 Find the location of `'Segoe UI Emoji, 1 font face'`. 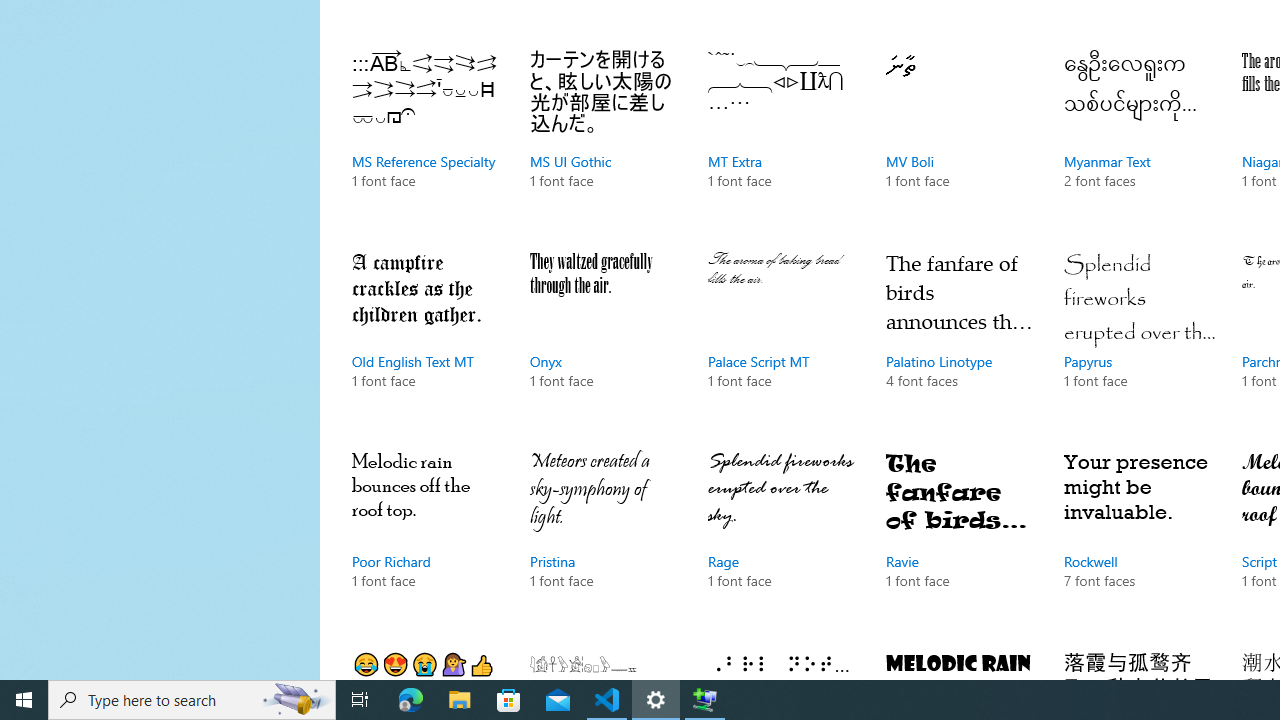

'Segoe UI Emoji, 1 font face' is located at coordinates (425, 659).